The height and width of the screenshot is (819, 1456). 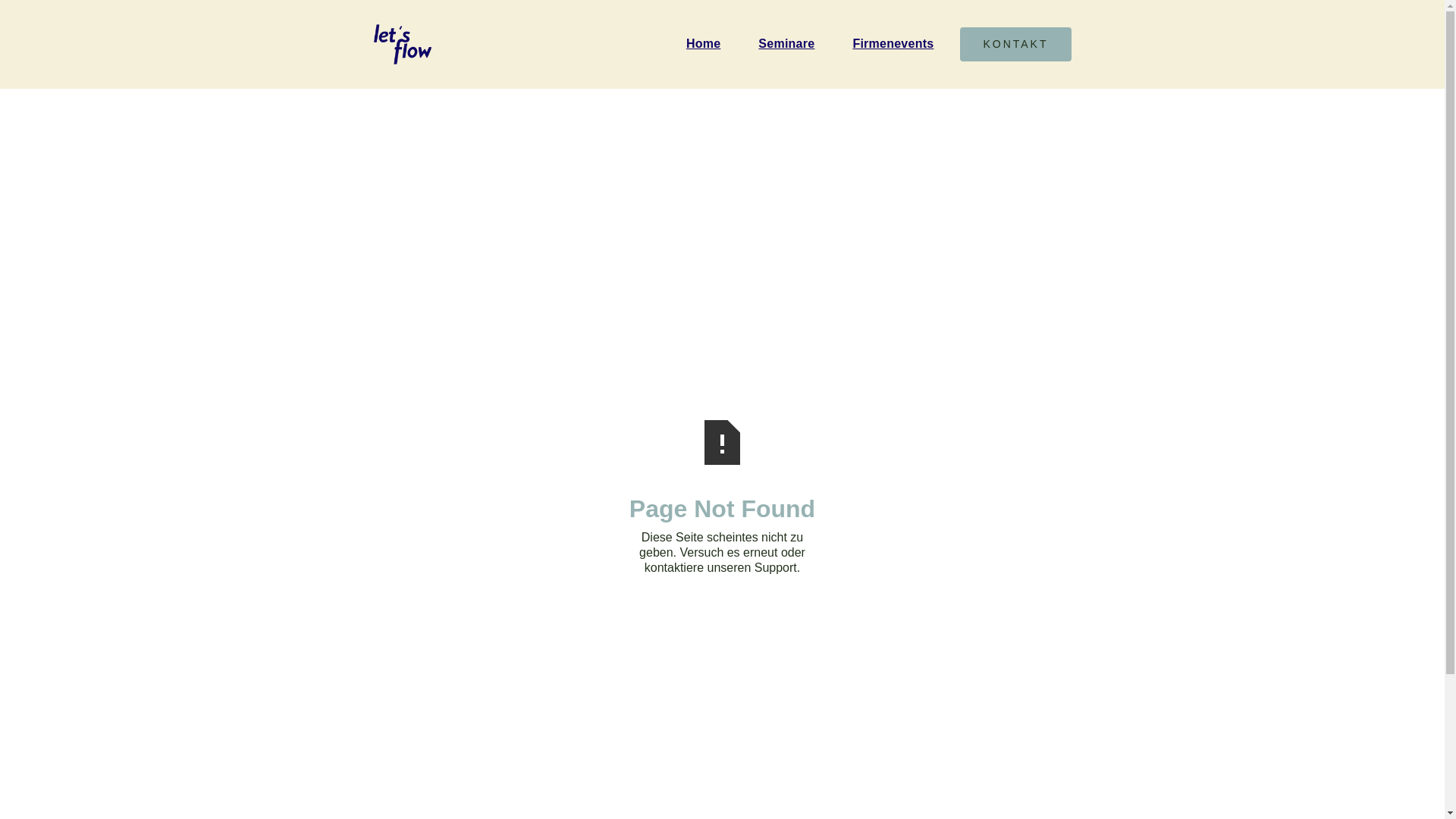 I want to click on 'Seminare', so click(x=792, y=42).